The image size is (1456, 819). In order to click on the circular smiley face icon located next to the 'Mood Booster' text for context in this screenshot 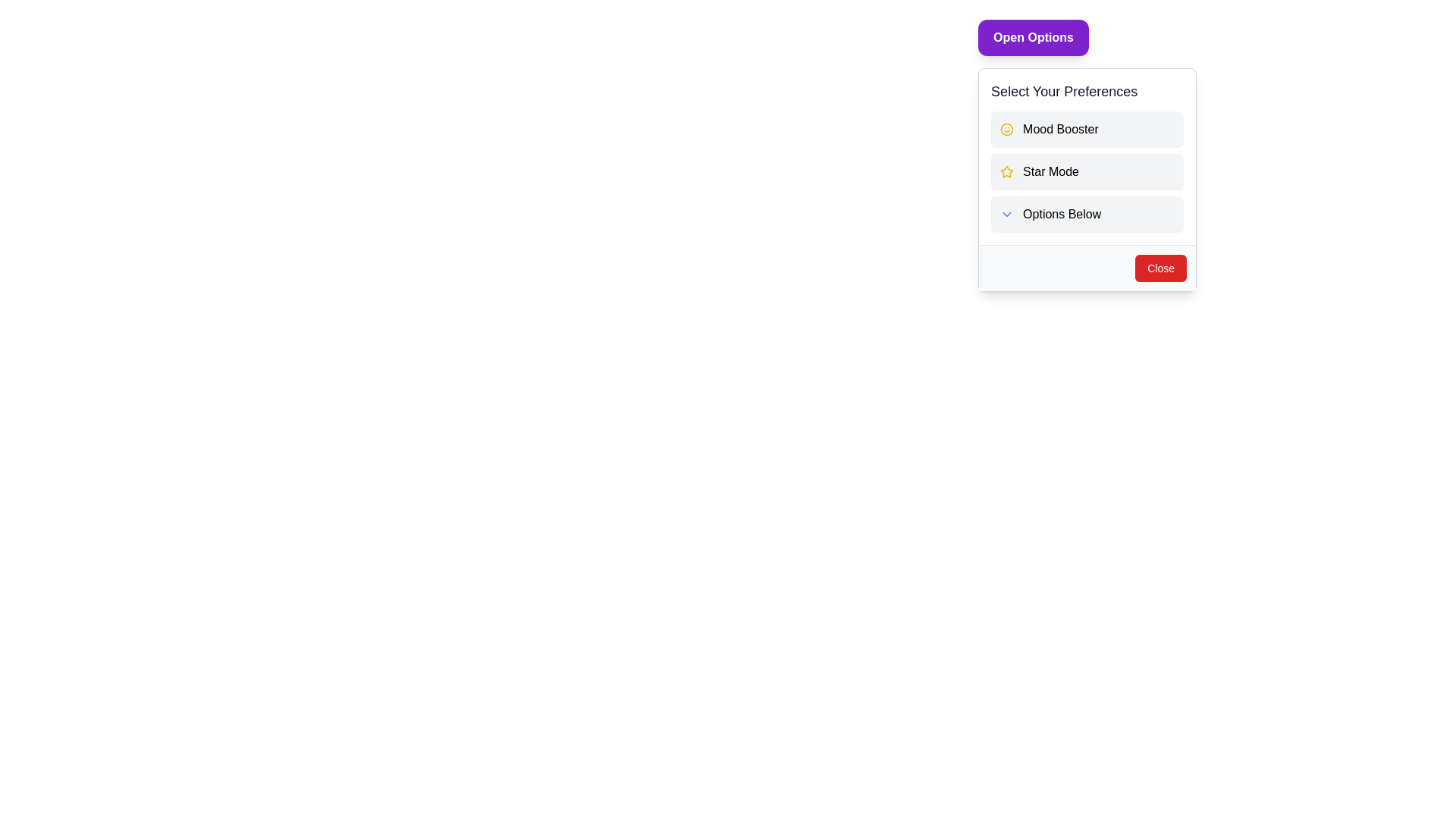, I will do `click(1007, 128)`.